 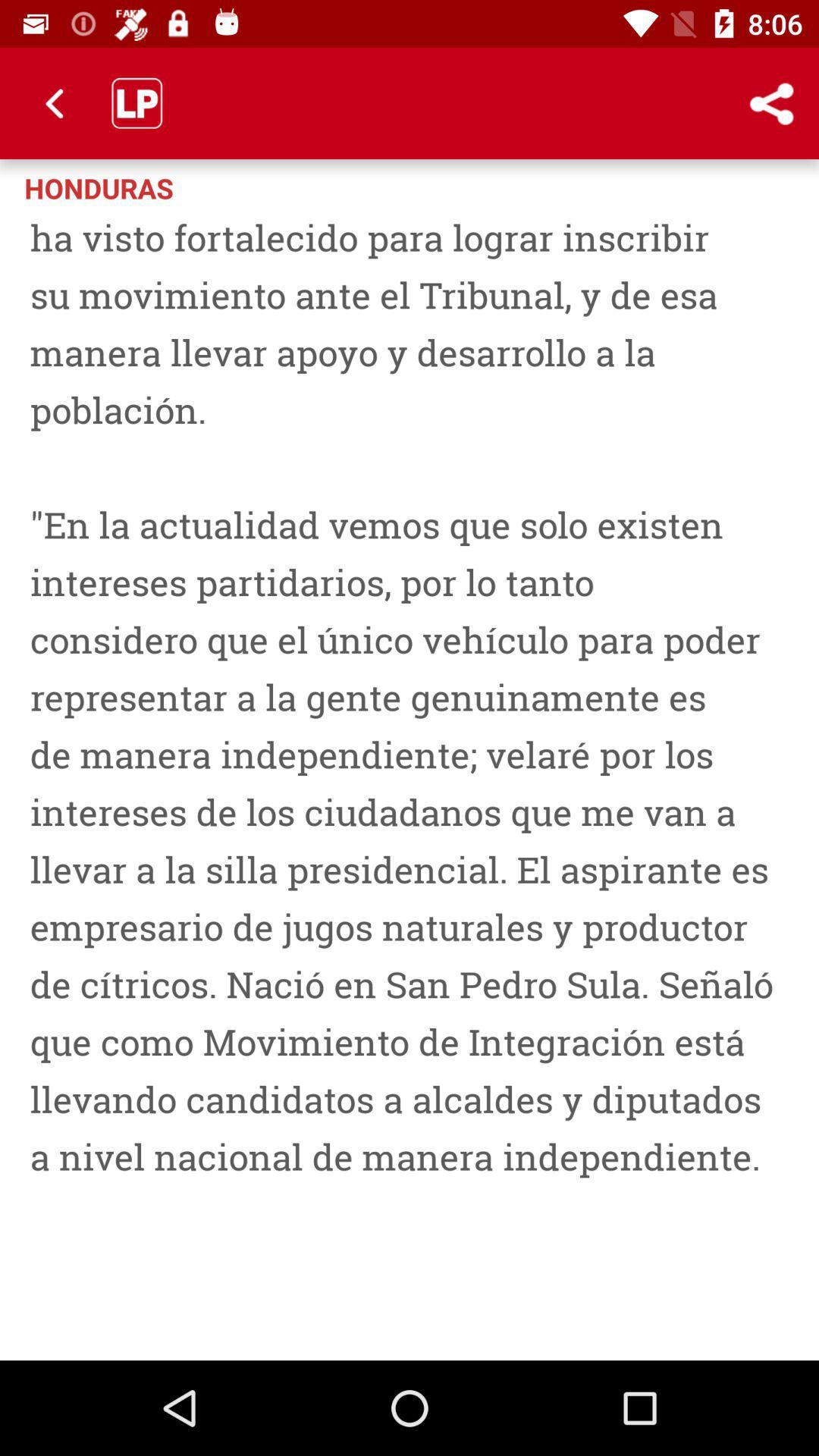 What do you see at coordinates (409, 779) in the screenshot?
I see `san pedro sula icon` at bounding box center [409, 779].